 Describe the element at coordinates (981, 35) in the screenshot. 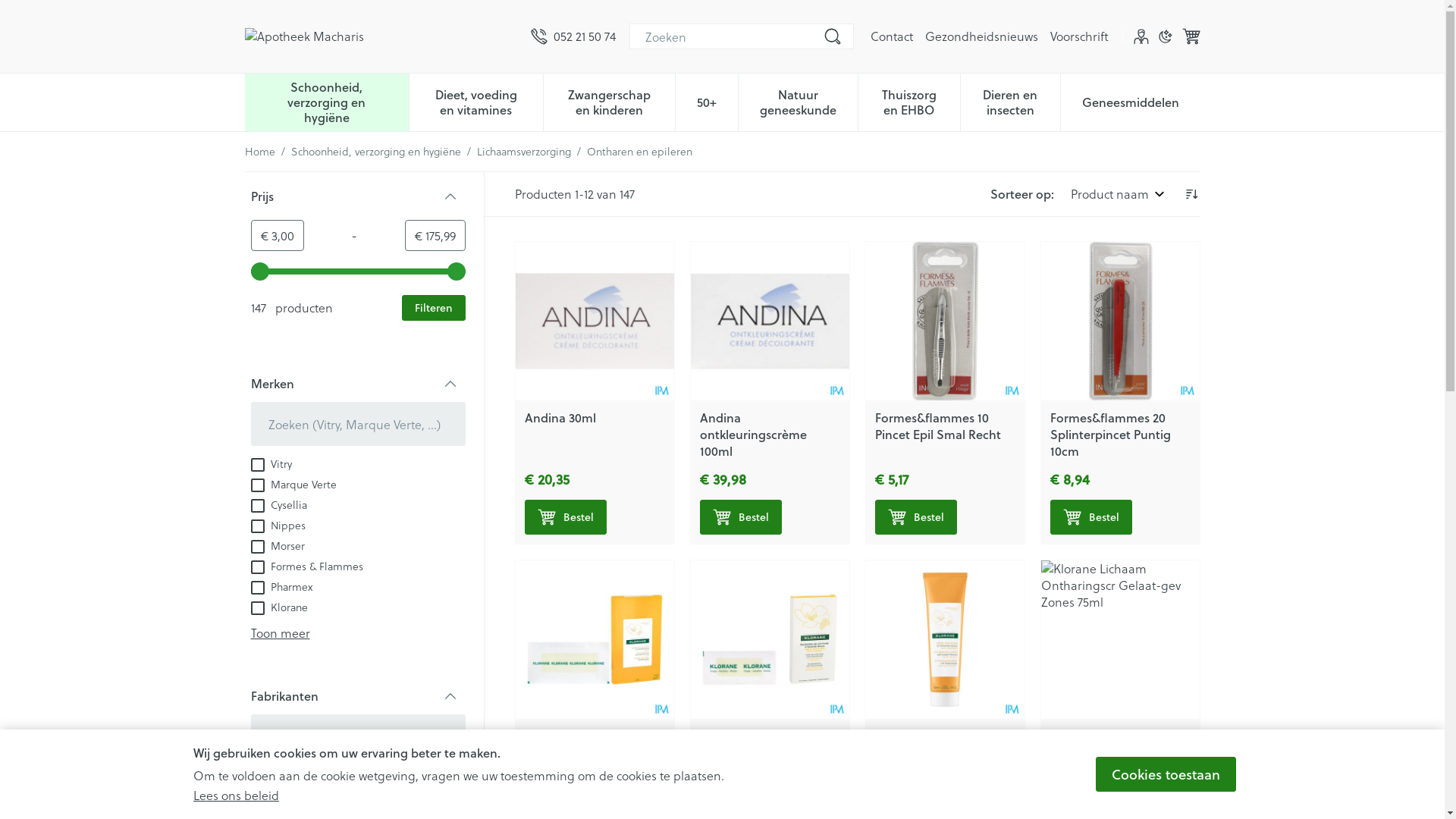

I see `'Gezondheidsnieuws'` at that location.